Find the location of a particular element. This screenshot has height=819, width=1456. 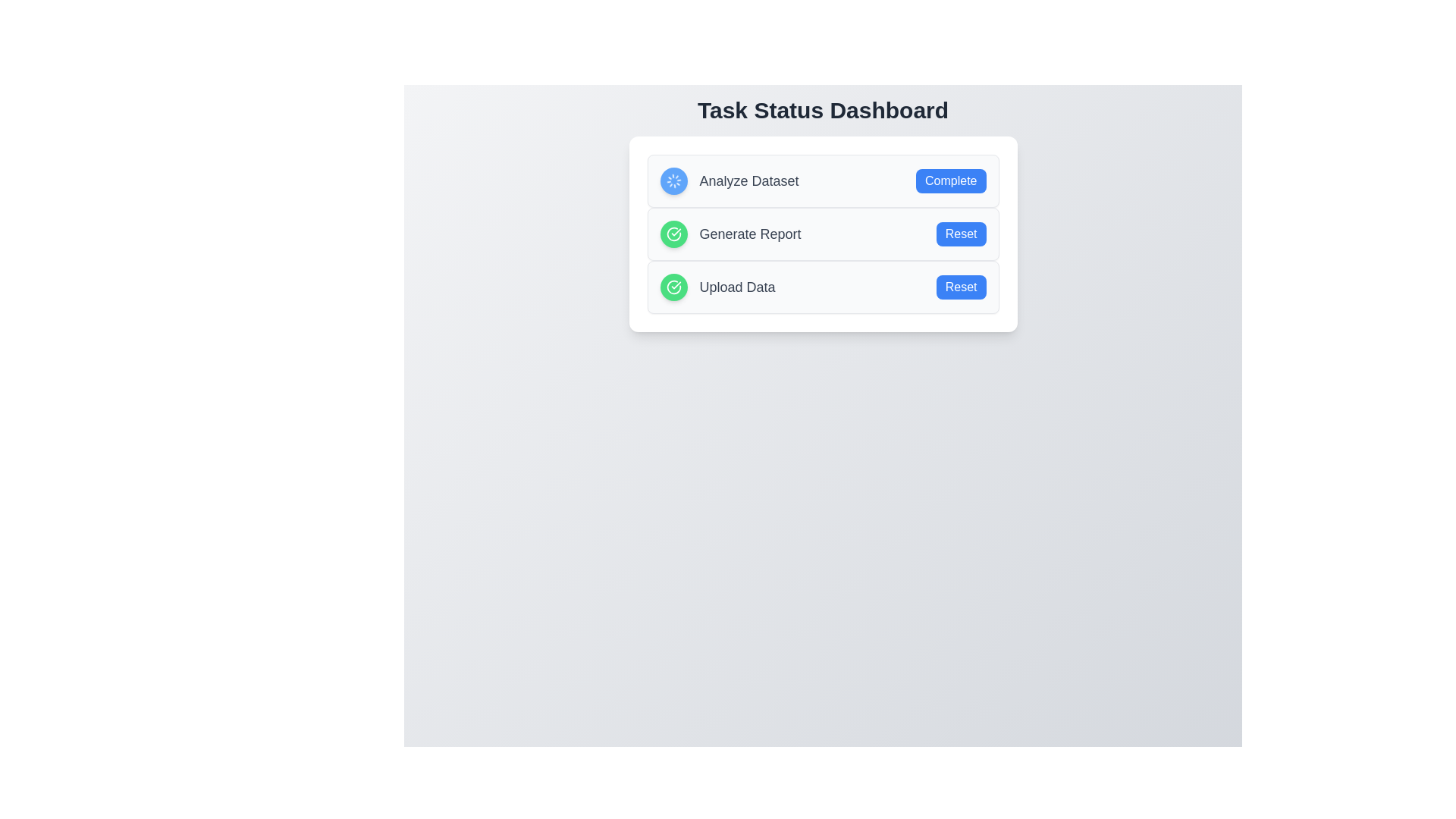

the composite element 'Upload Data' which consists of a green circular icon with a checkmark and medium gray text label from its position in the bottom row of the list is located at coordinates (717, 287).